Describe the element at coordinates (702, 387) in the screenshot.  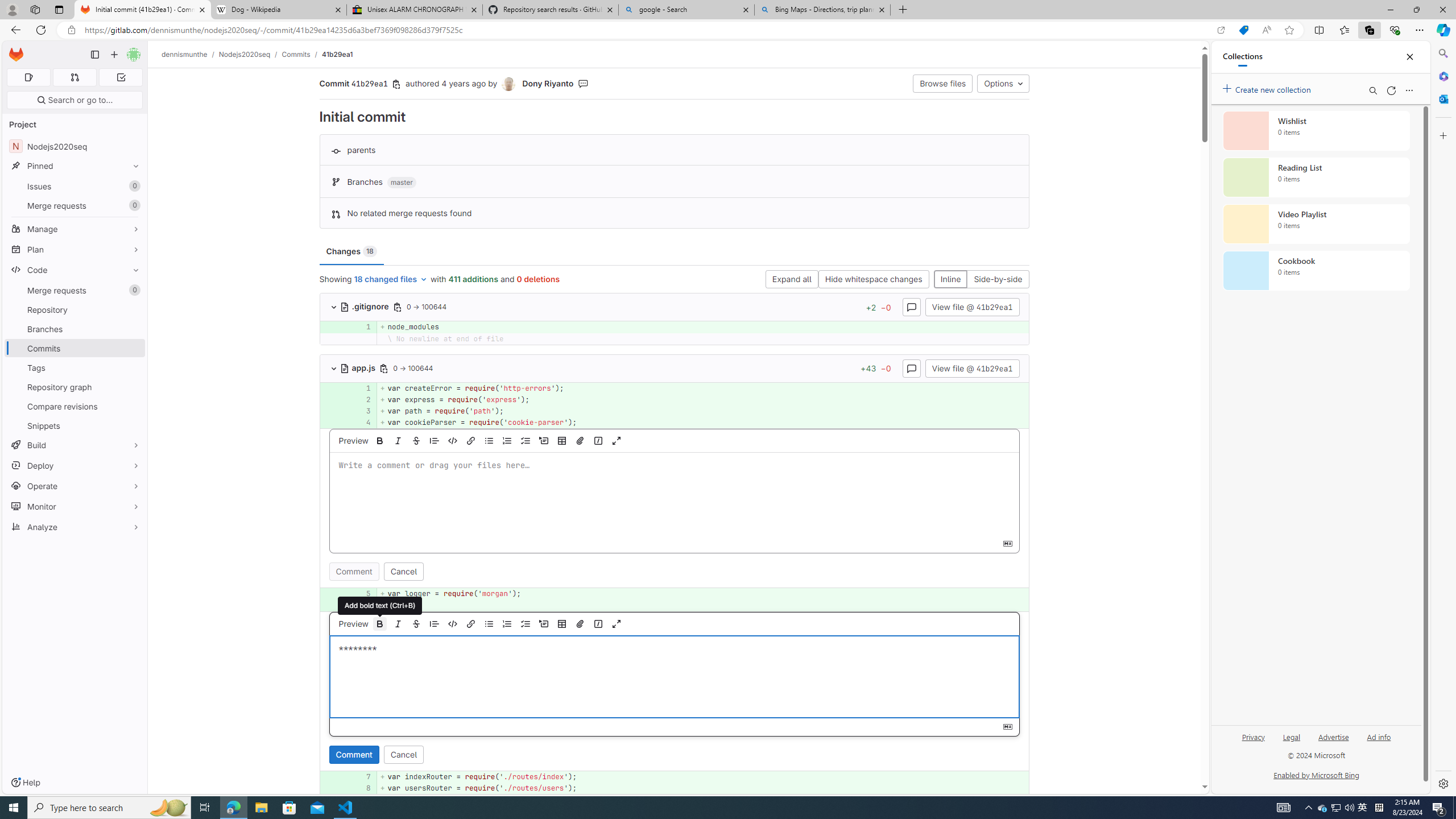
I see `'+ var createError = require('` at that location.